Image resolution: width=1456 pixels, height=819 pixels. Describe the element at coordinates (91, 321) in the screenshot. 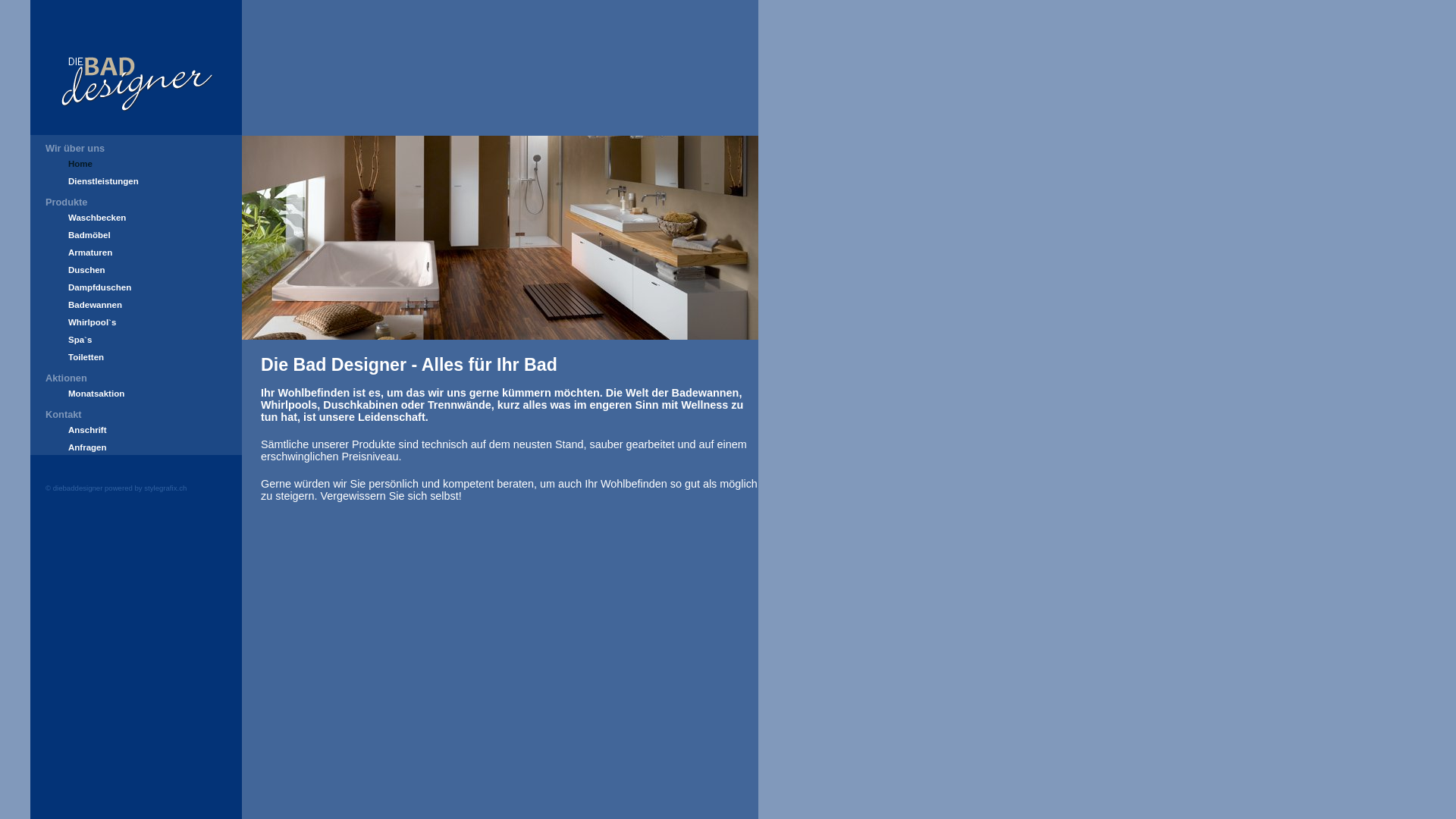

I see `'Whirlpool`s'` at that location.